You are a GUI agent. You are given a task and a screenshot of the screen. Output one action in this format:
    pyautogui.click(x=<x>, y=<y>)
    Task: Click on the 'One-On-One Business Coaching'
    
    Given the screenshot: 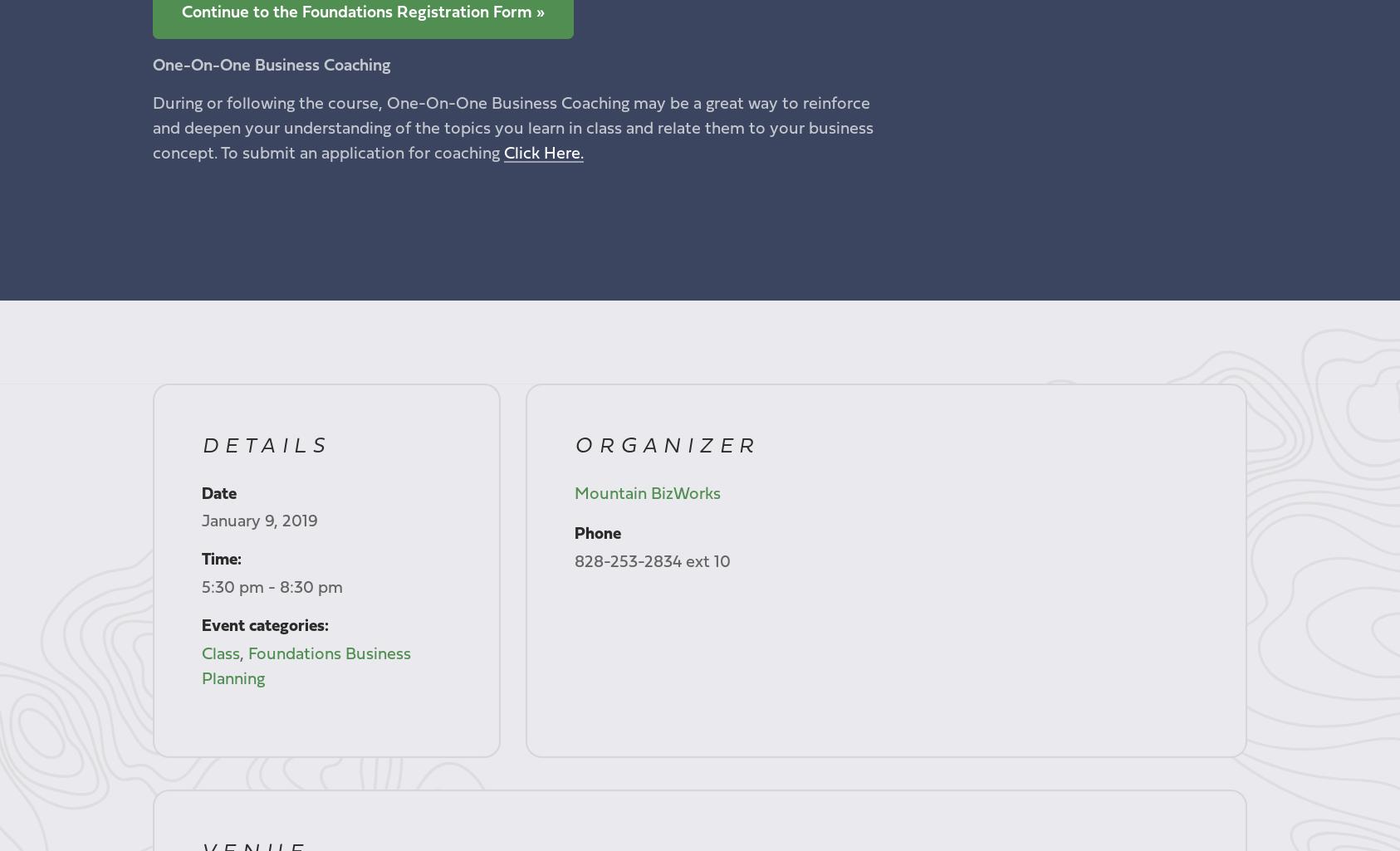 What is the action you would take?
    pyautogui.click(x=270, y=65)
    